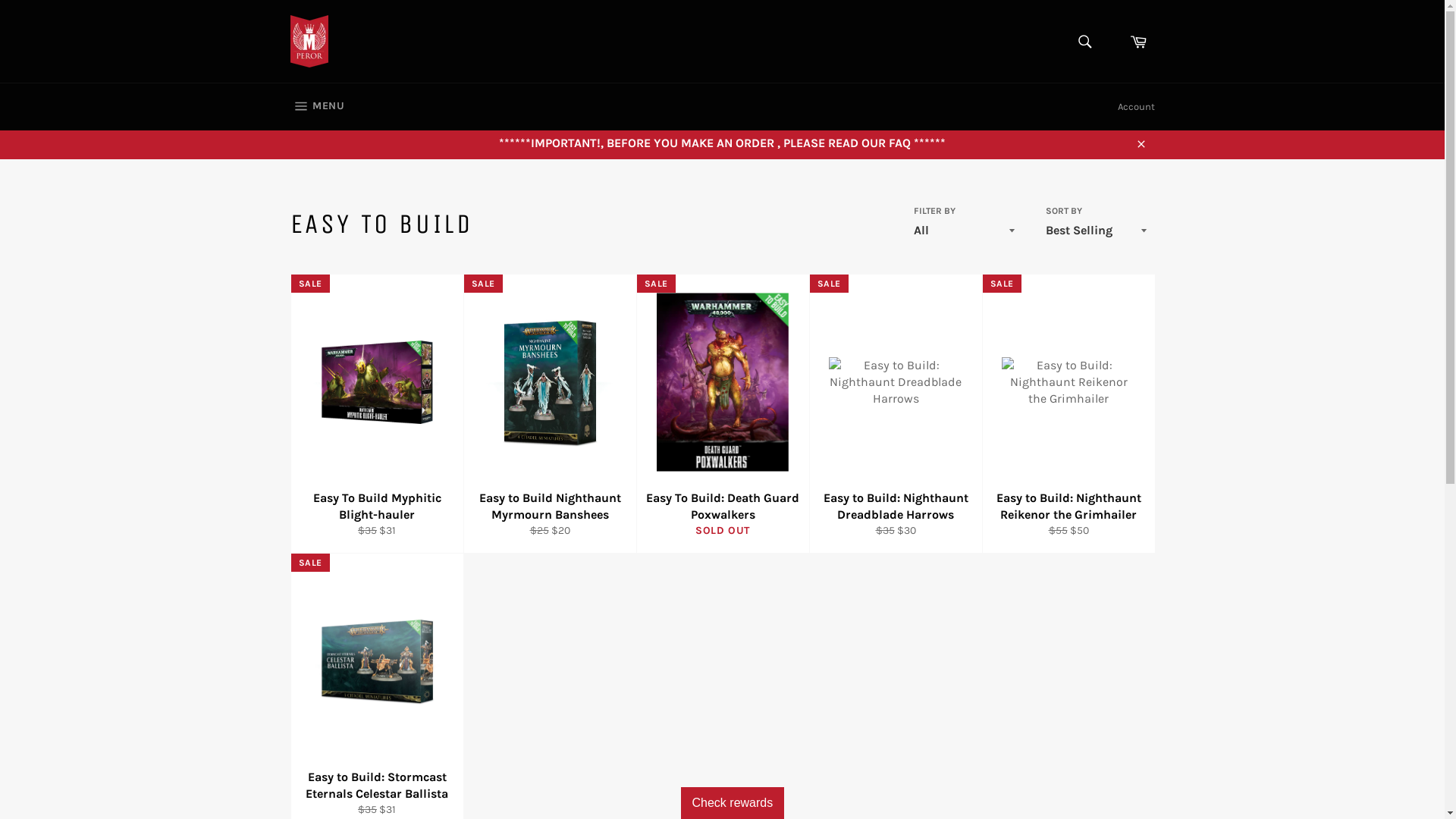 The height and width of the screenshot is (819, 1456). I want to click on 'MENU, so click(274, 106).